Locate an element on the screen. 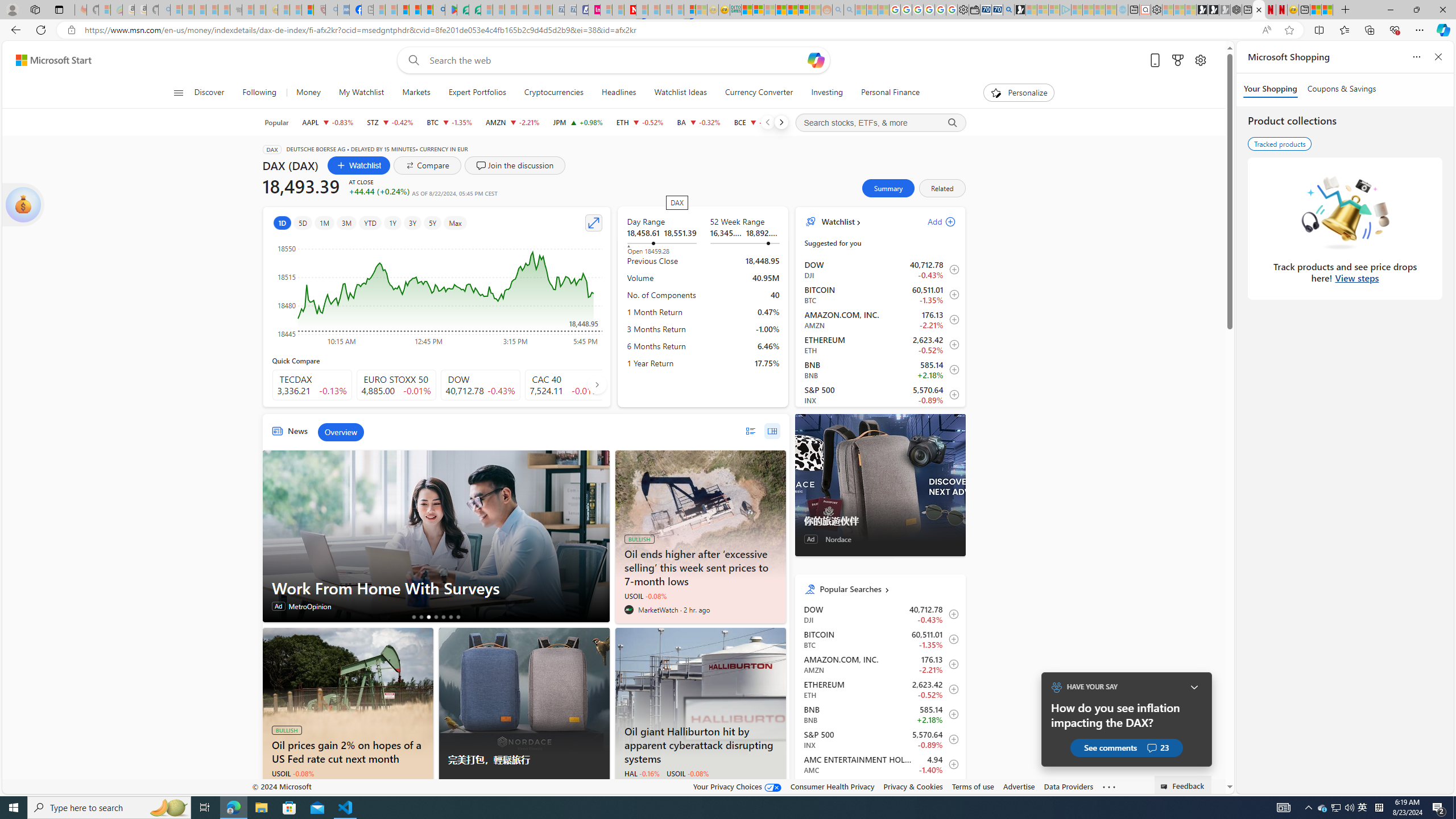 The width and height of the screenshot is (1456, 819). 'BA THE BOEING COMPANY decrease 172.87 -0.56 -0.32%' is located at coordinates (698, 122).